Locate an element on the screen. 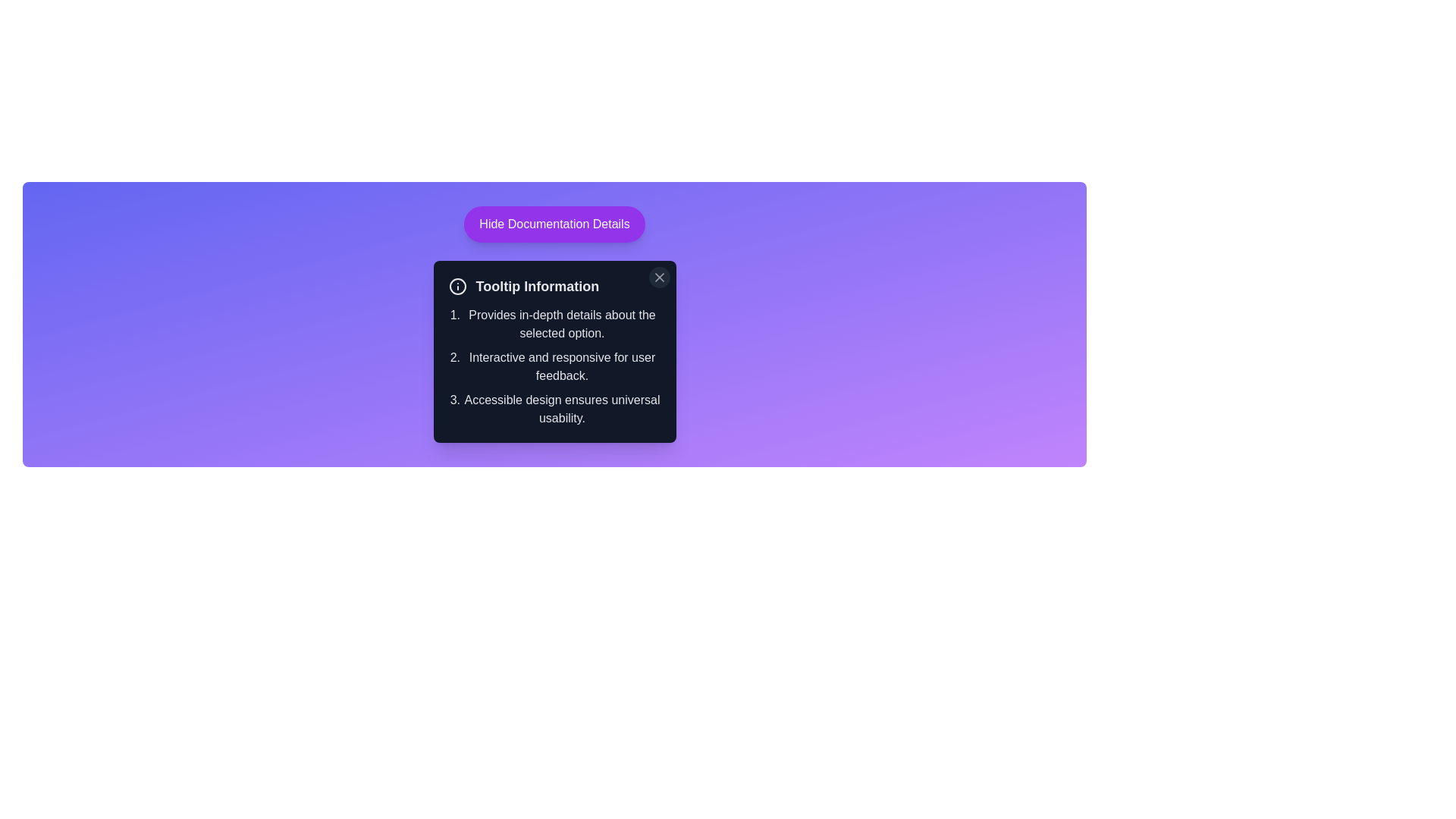  the Textual List element located inside the 'Tooltip Information' tooltip, which provides detailed guidance and spans the majority of the tooltip's width is located at coordinates (554, 366).